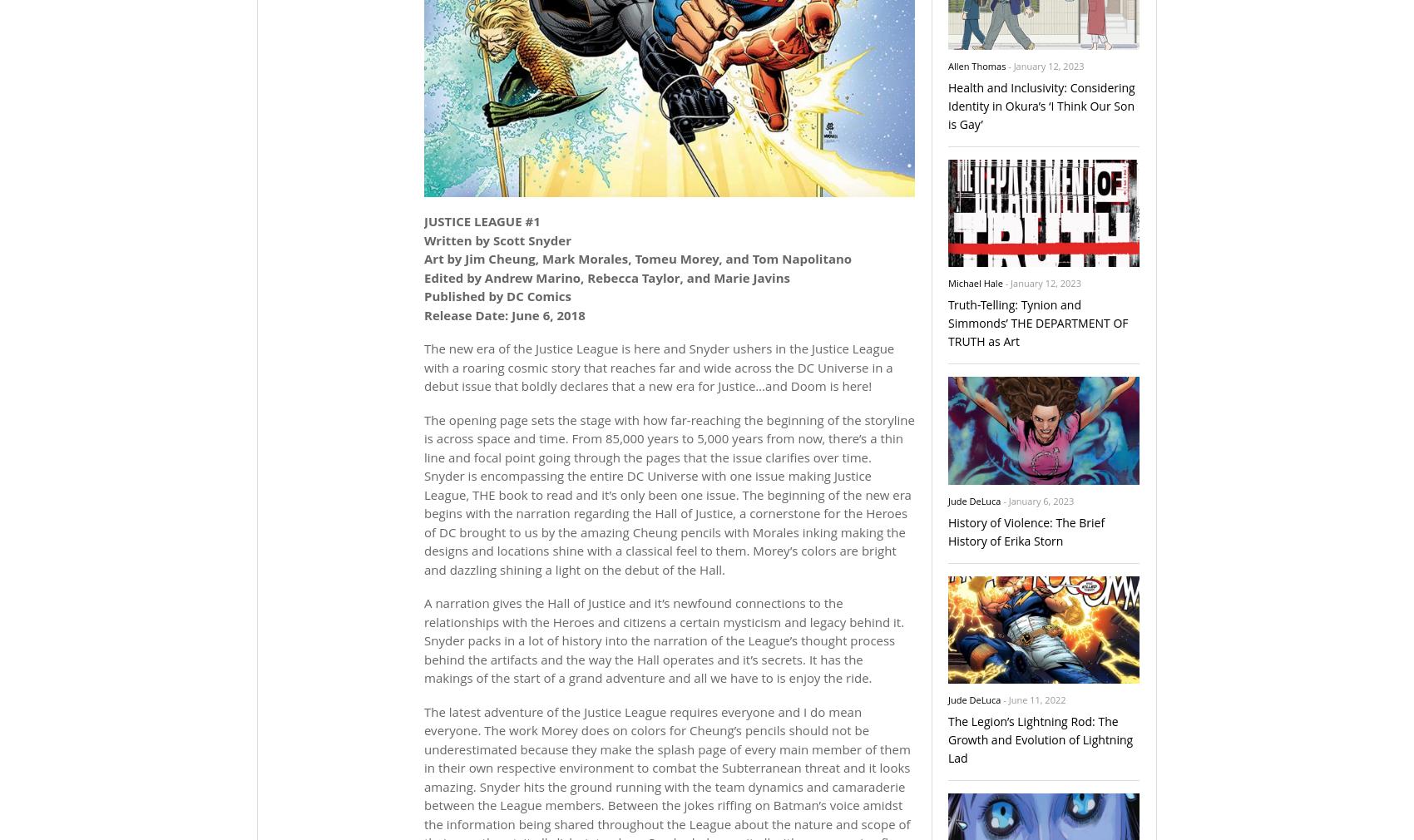 This screenshot has width=1414, height=840. Describe the element at coordinates (497, 239) in the screenshot. I see `'Written by Scott Snyder'` at that location.